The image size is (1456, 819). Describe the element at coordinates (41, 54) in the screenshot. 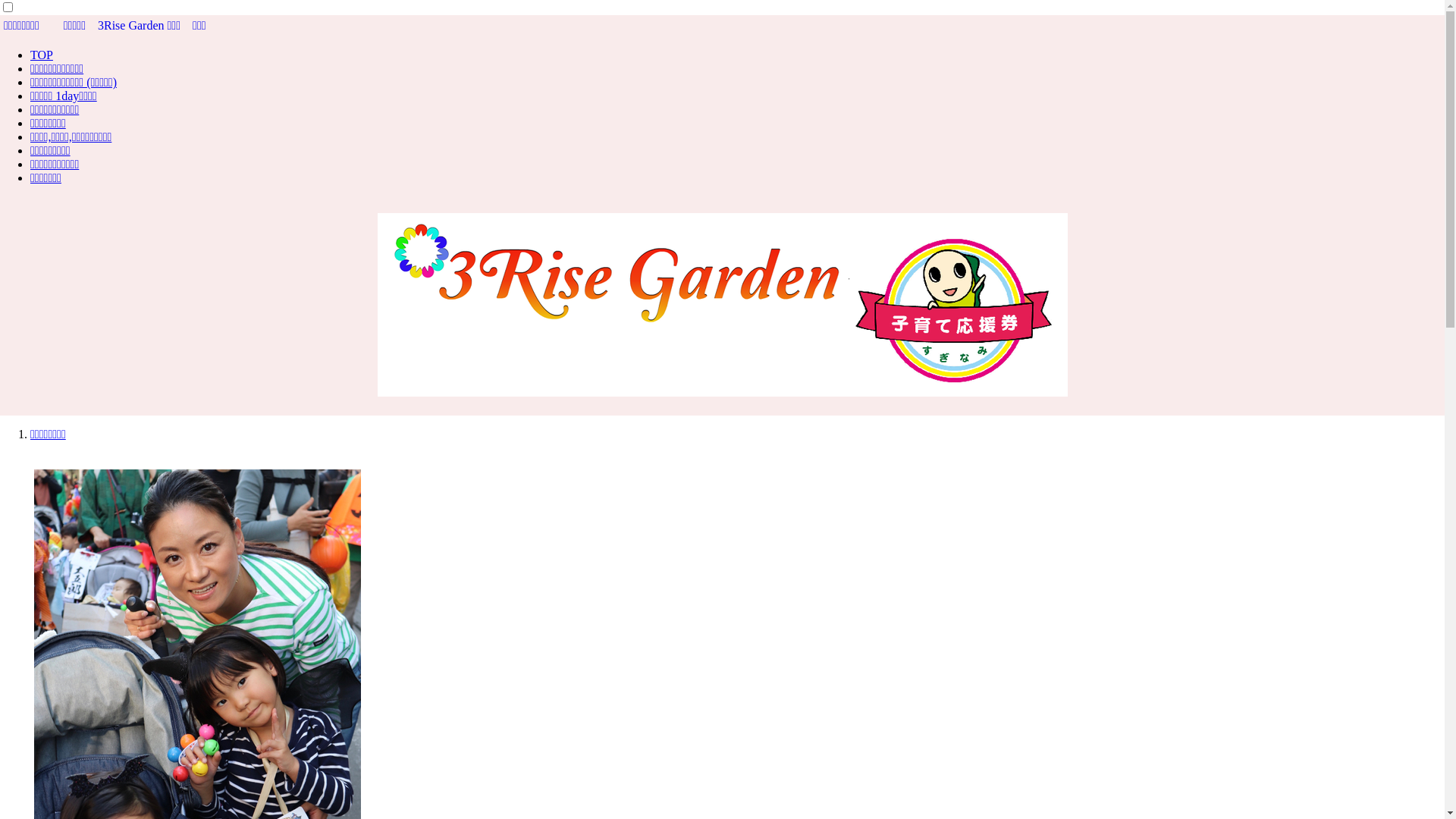

I see `'TOP'` at that location.